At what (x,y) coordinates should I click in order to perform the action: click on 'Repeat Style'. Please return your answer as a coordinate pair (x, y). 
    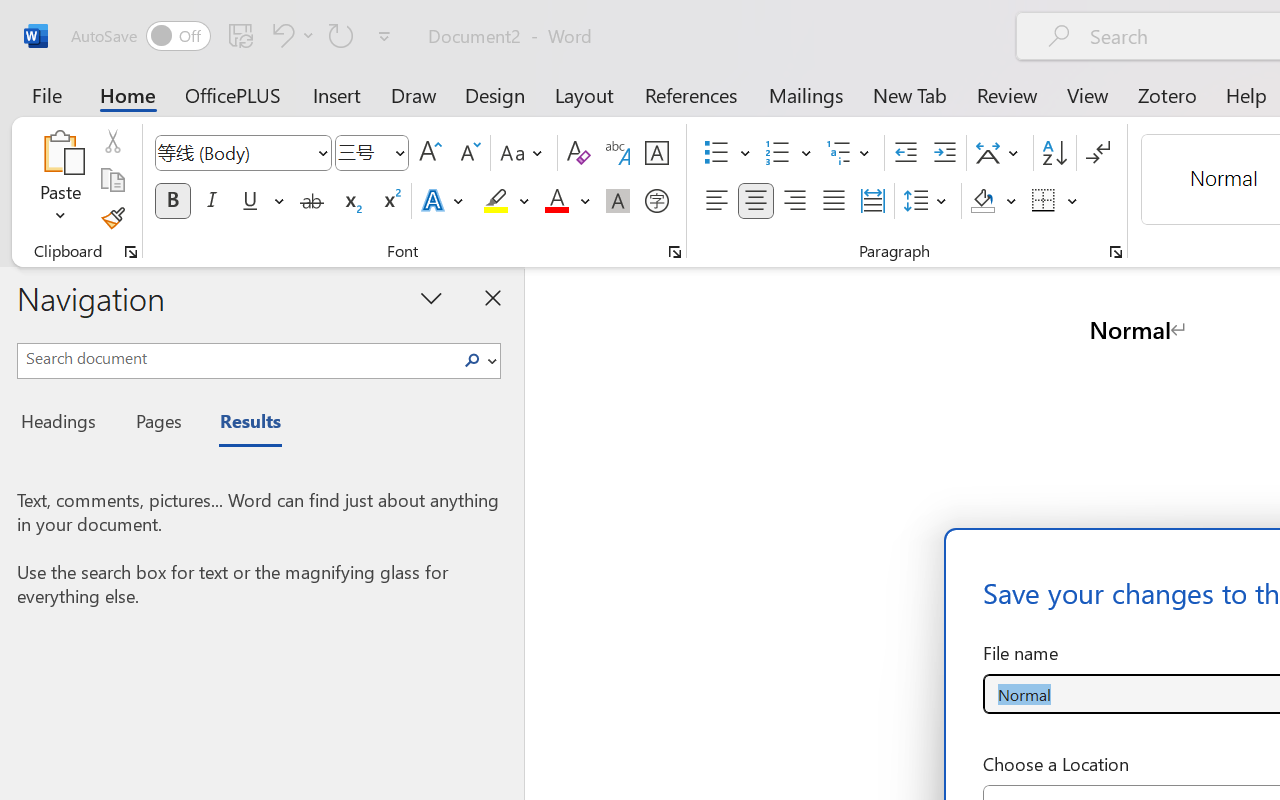
    Looking at the image, I should click on (341, 34).